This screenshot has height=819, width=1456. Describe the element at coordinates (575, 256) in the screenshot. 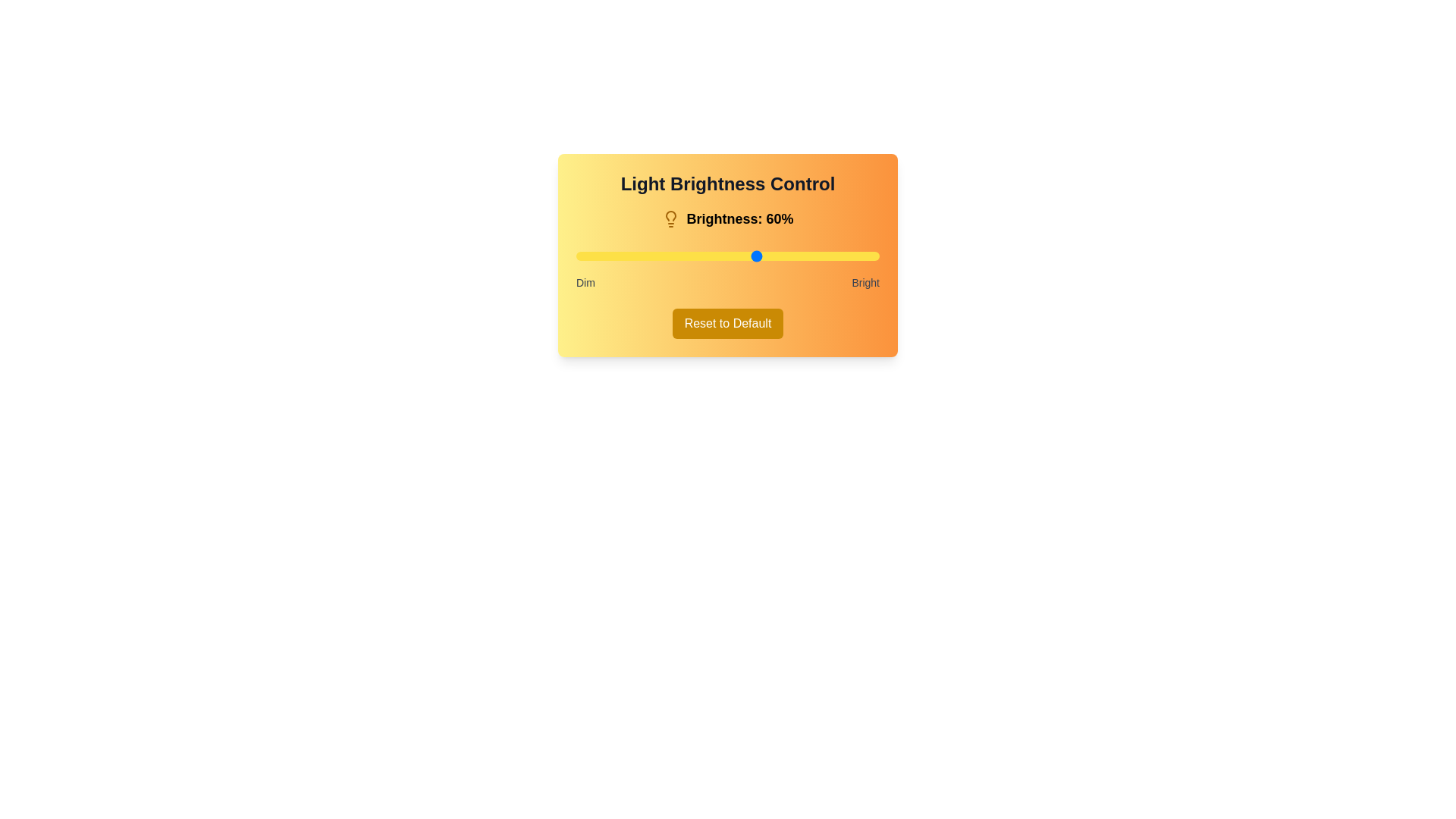

I see `the brightness to 0% using the slider` at that location.